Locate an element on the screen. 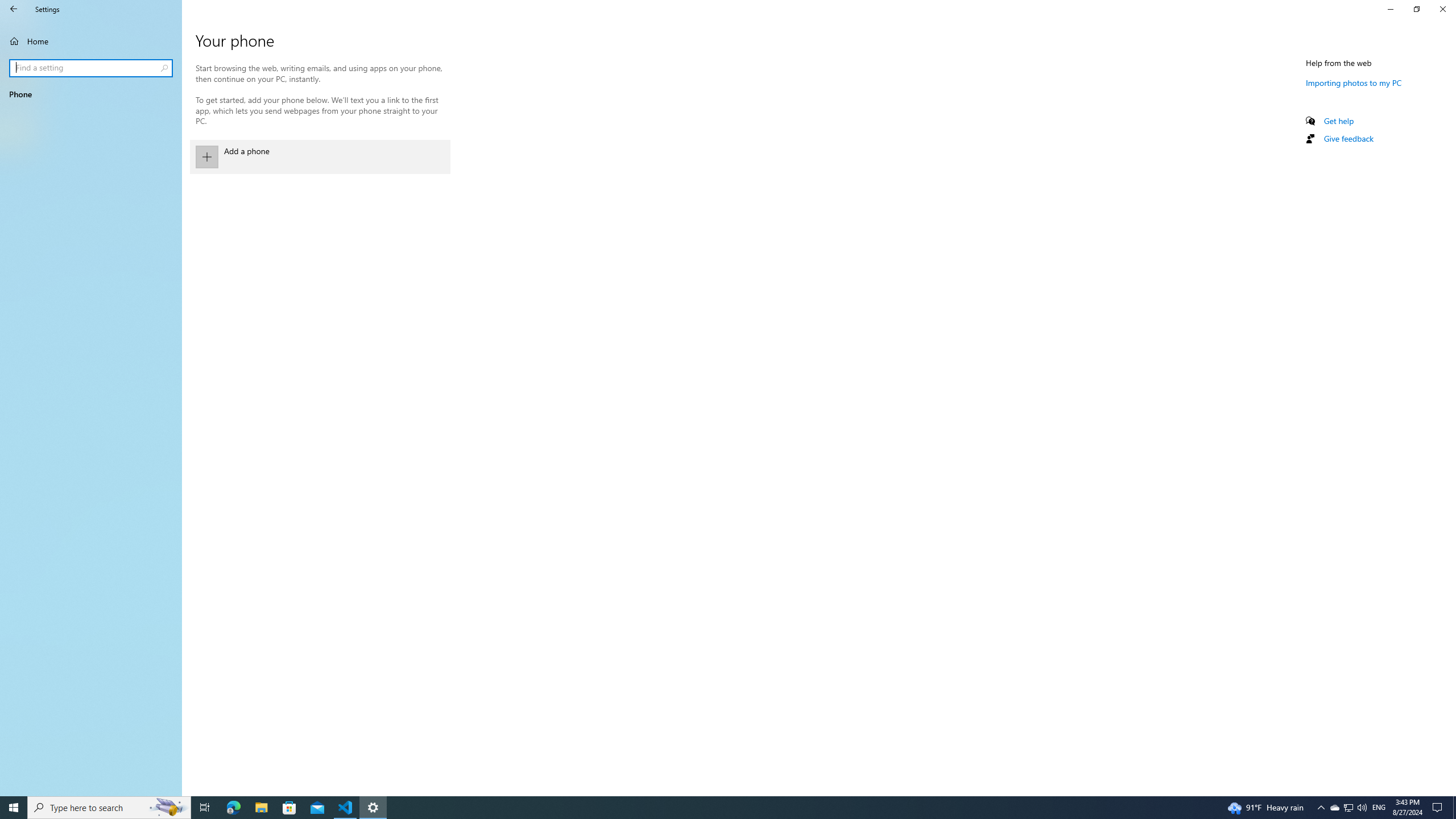  'Settings - 1 running window' is located at coordinates (373, 806).